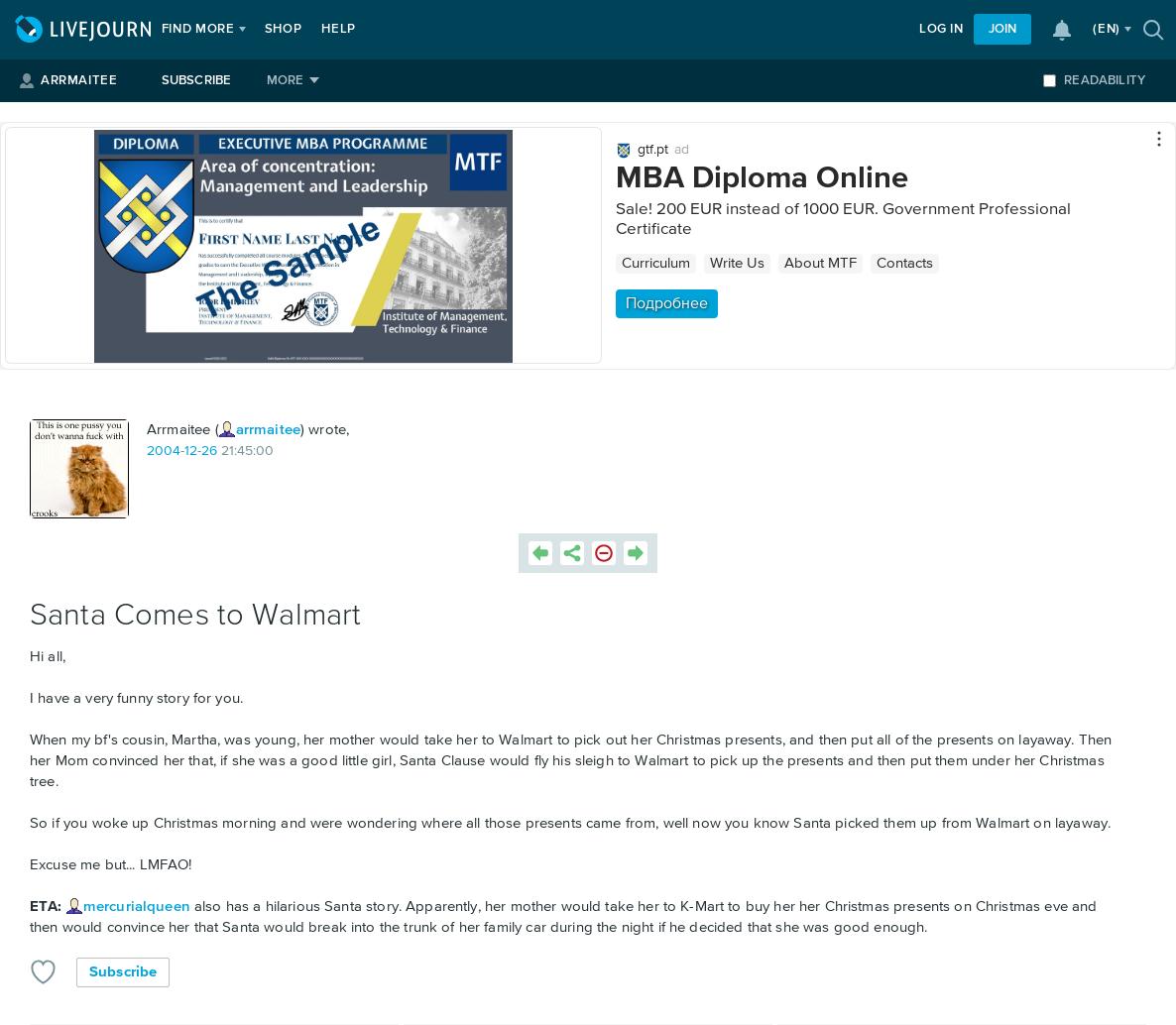 This screenshot has height=1025, width=1176. Describe the element at coordinates (162, 449) in the screenshot. I see `'2004'` at that location.